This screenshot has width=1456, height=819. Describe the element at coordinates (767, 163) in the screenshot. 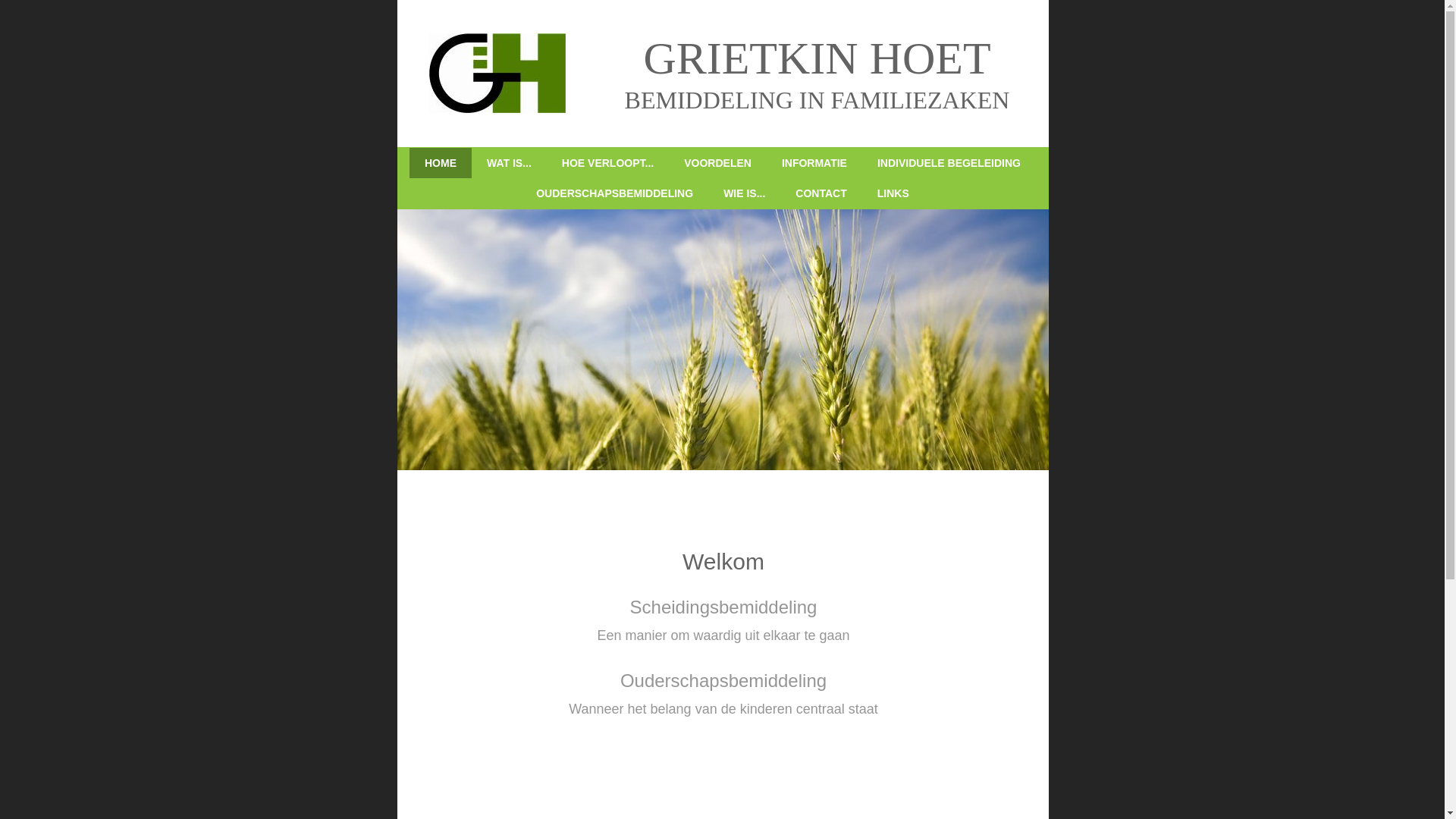

I see `'INFORMATIE'` at that location.